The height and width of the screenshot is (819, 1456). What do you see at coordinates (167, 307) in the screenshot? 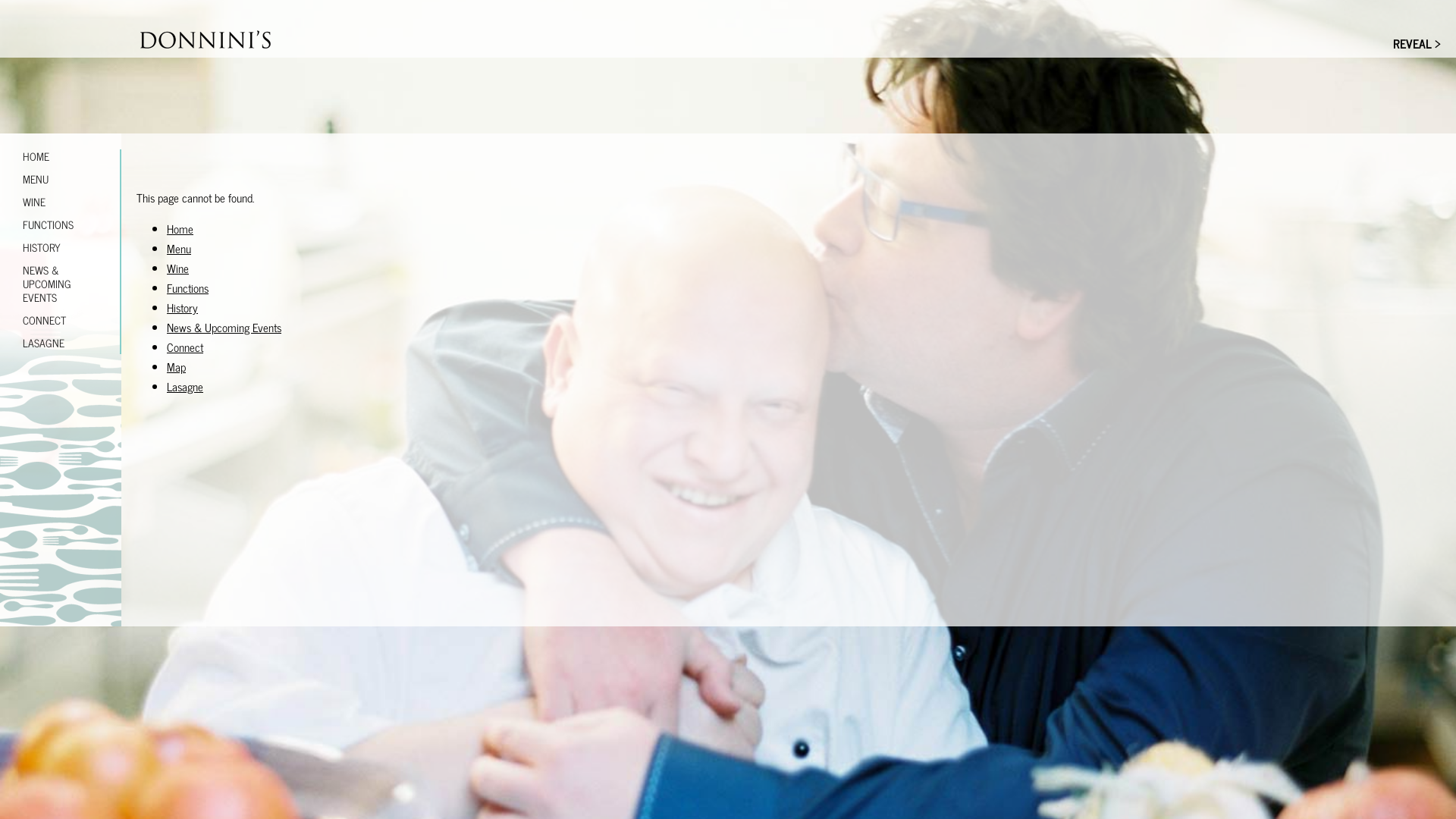
I see `'History'` at bounding box center [167, 307].